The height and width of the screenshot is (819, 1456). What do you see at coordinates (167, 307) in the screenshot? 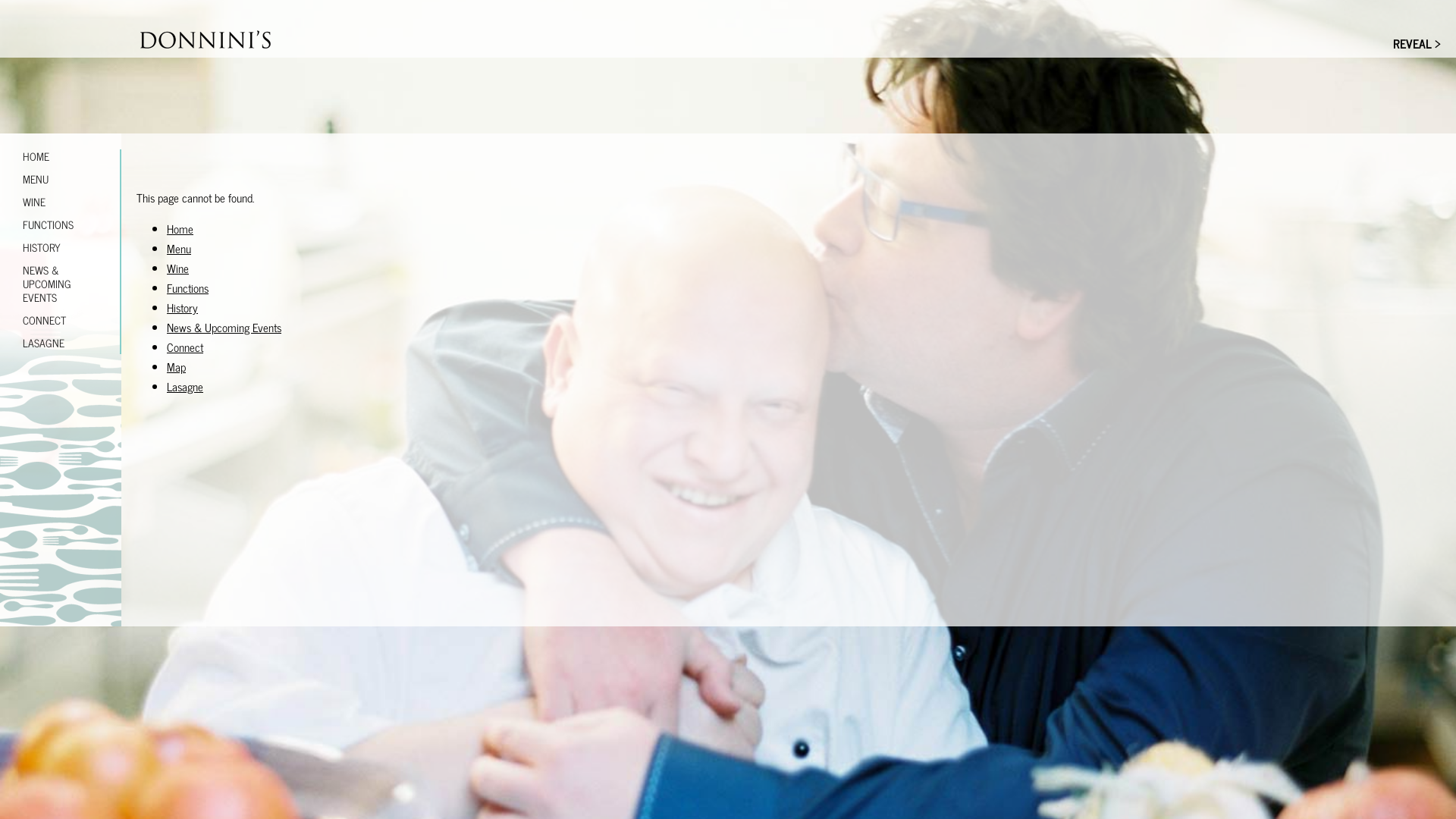
I see `'History'` at bounding box center [167, 307].